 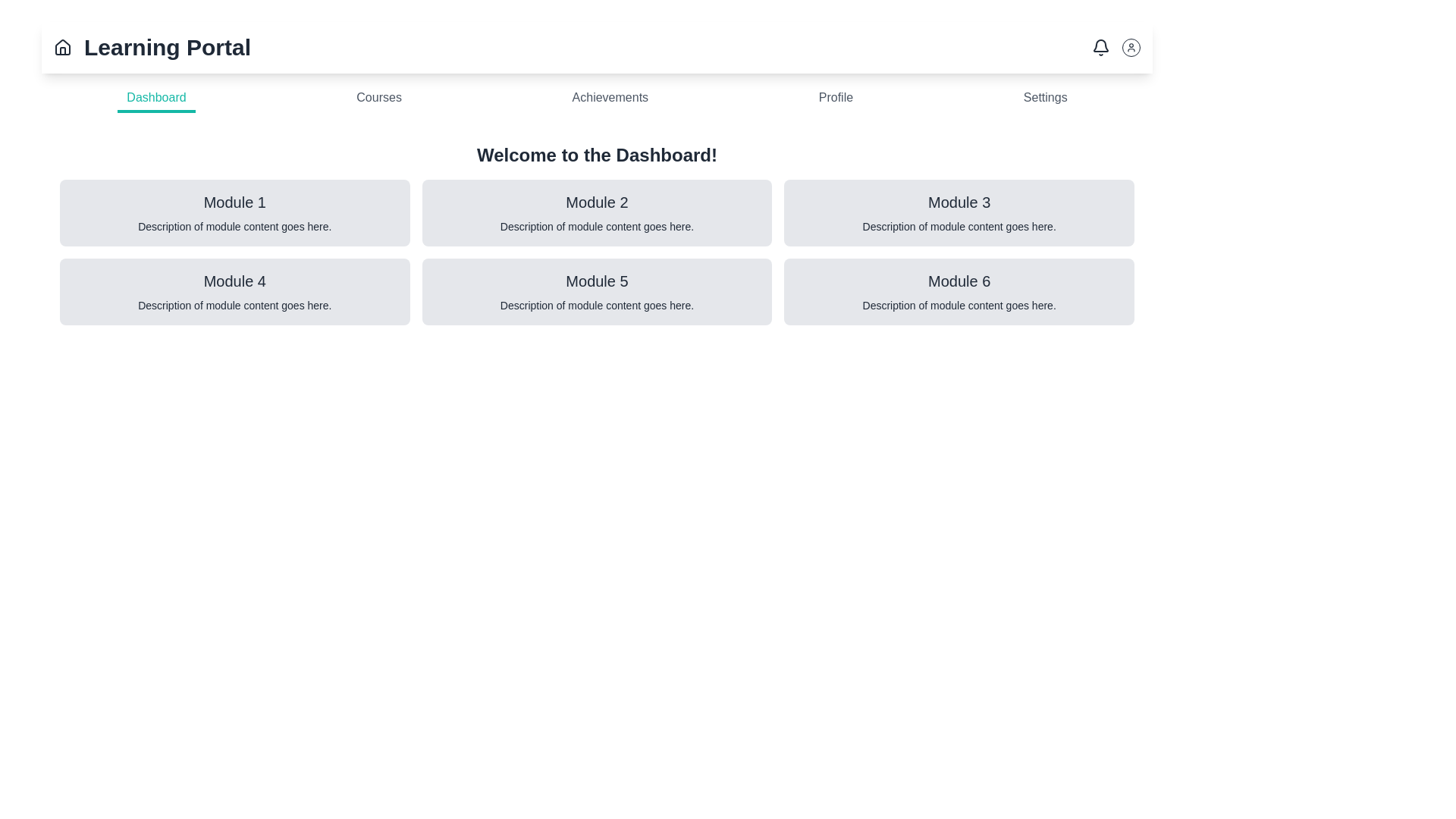 I want to click on the informational static text label that describes 'Module 5', located in the second row of the grid layout beneath the 'Module 5' title, so click(x=596, y=305).